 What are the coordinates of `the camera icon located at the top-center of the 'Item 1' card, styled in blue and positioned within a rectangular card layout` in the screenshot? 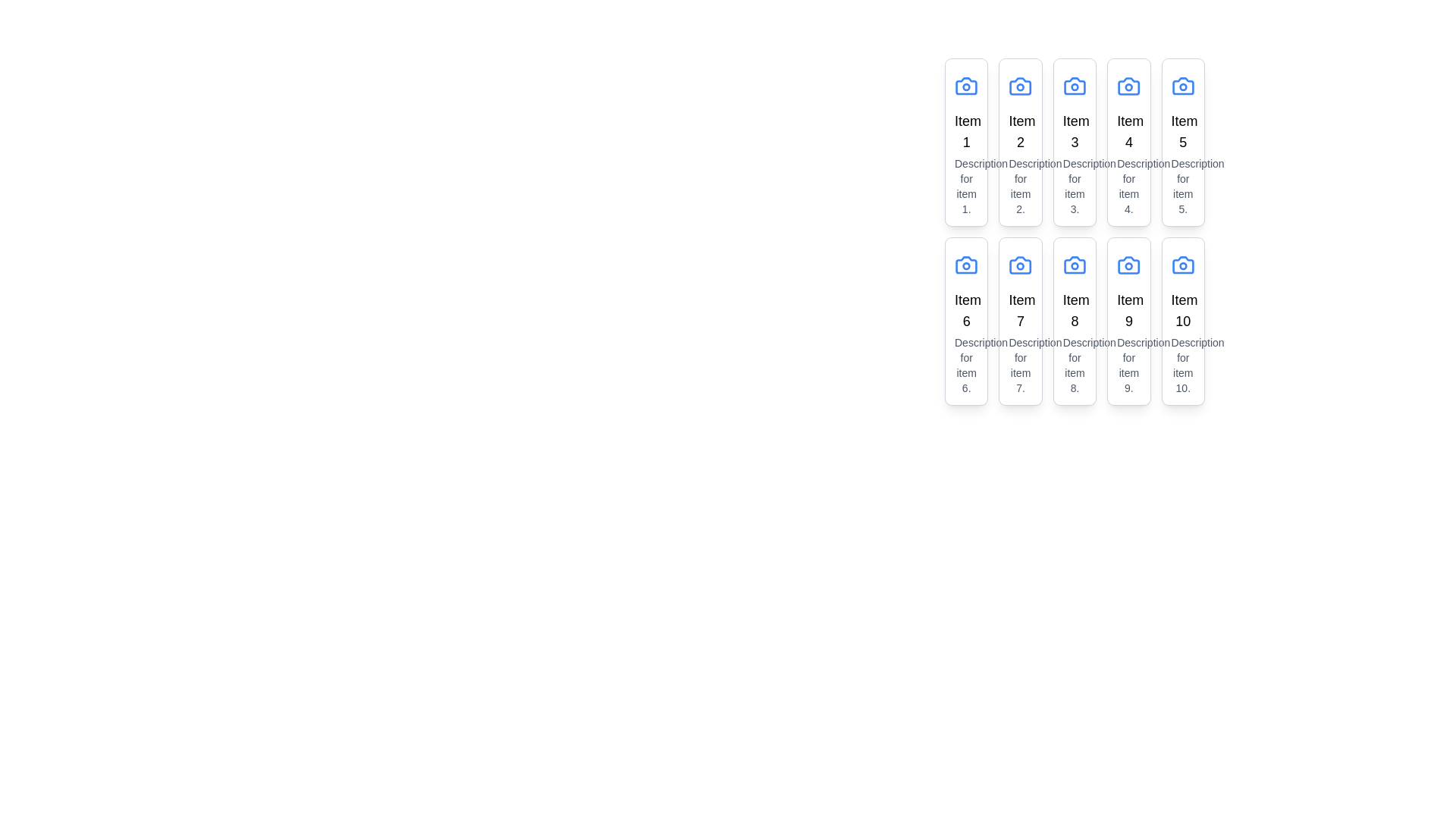 It's located at (965, 86).